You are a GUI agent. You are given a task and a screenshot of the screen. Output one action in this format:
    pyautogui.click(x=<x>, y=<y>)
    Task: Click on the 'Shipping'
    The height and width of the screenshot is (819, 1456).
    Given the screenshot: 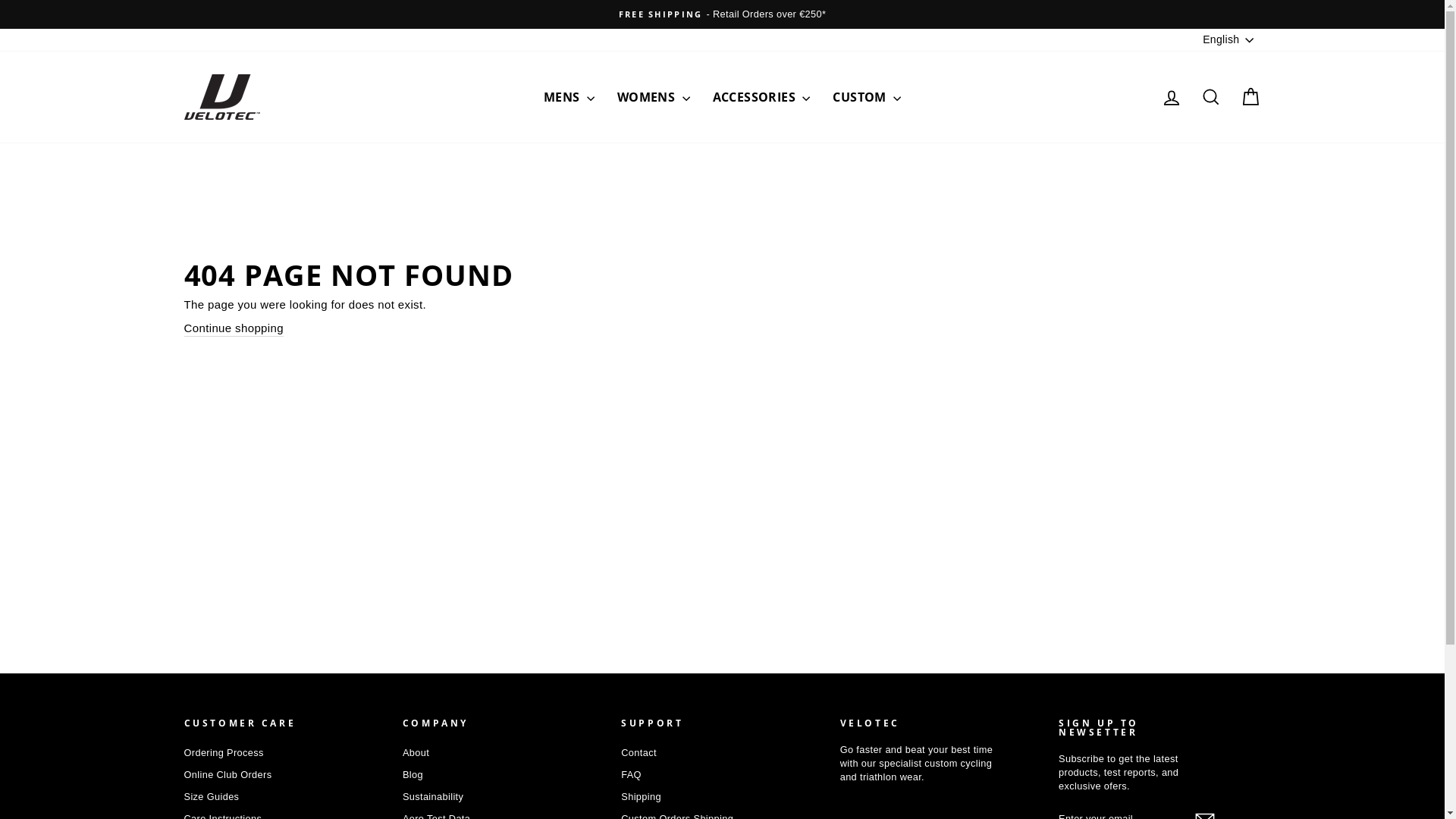 What is the action you would take?
    pyautogui.click(x=641, y=795)
    